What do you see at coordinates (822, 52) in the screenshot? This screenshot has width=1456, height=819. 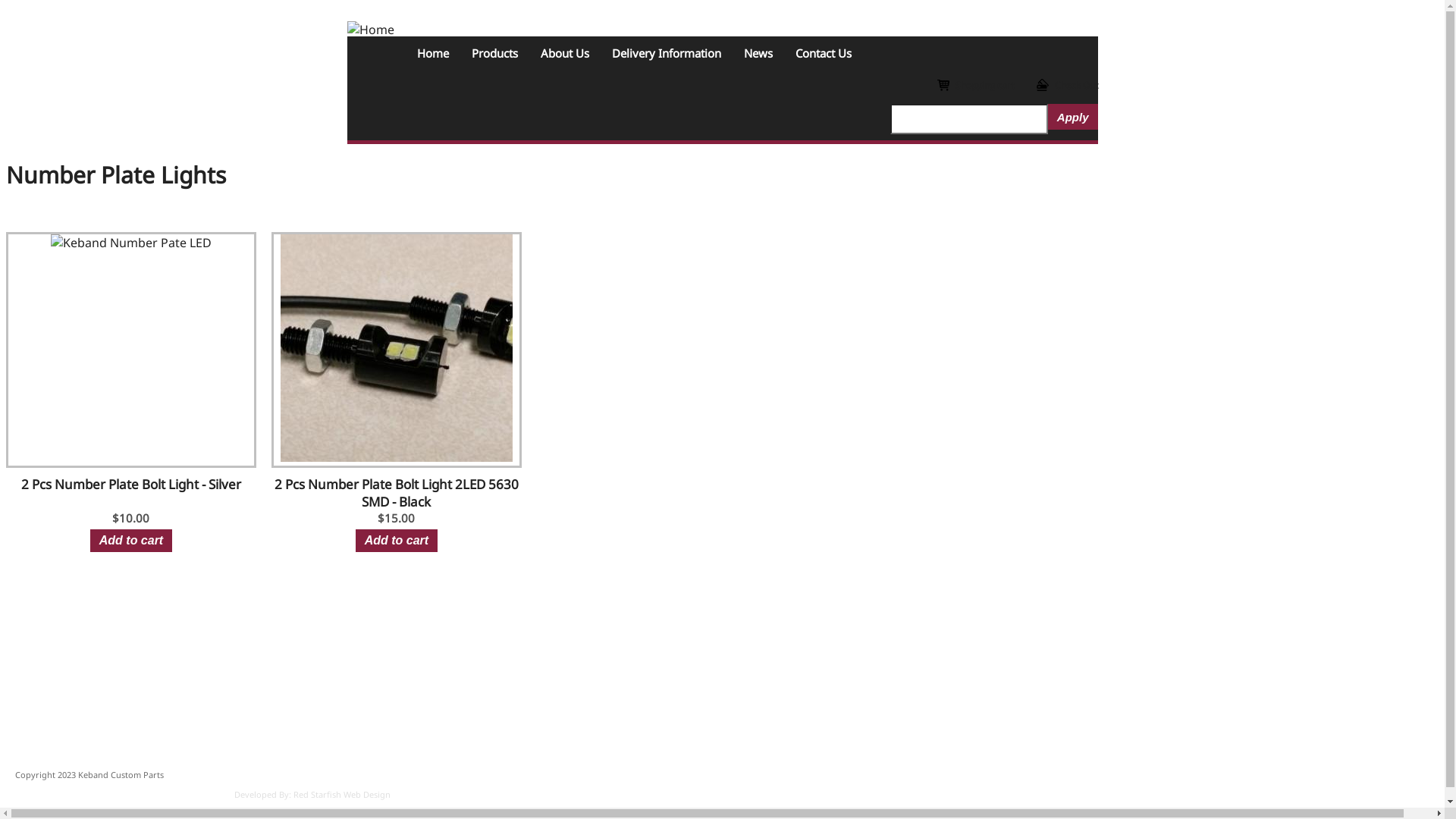 I see `'Contact Us'` at bounding box center [822, 52].